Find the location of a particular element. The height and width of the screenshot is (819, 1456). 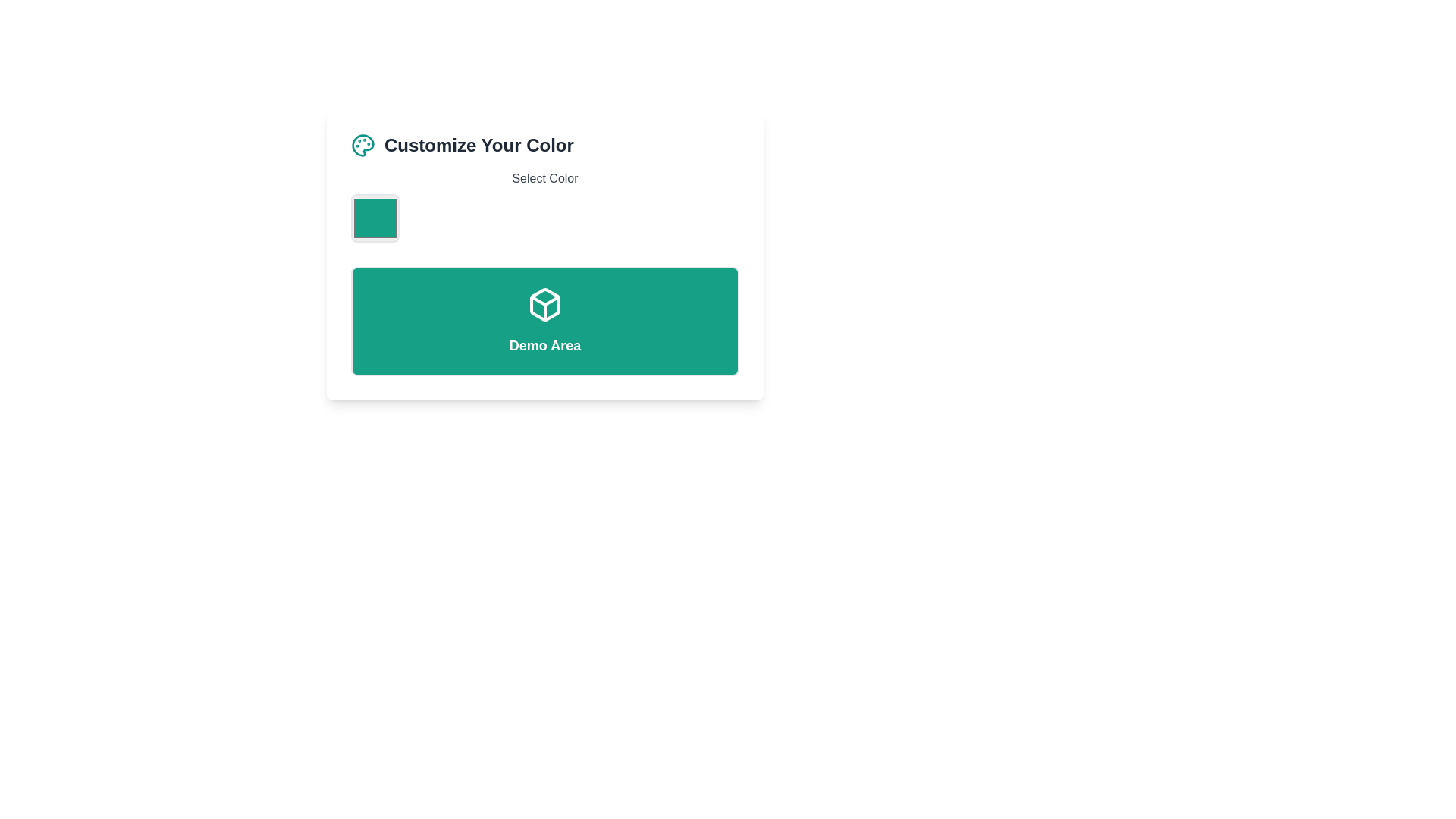

visual representation of the palette icon located to the left of the 'Customize Your Color' text block is located at coordinates (362, 146).